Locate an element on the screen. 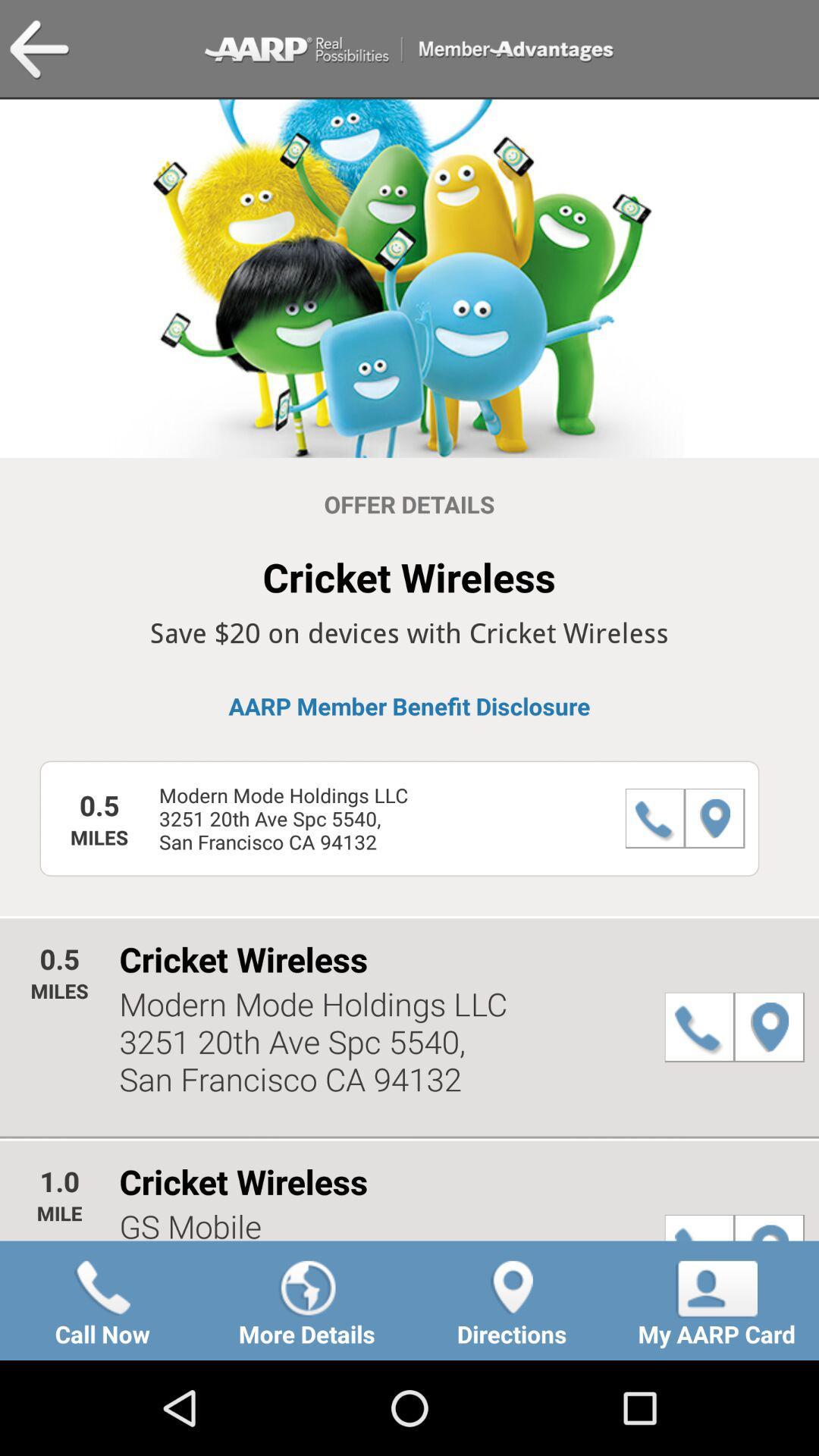 This screenshot has height=1456, width=819. icon at the top left corner is located at coordinates (39, 50).